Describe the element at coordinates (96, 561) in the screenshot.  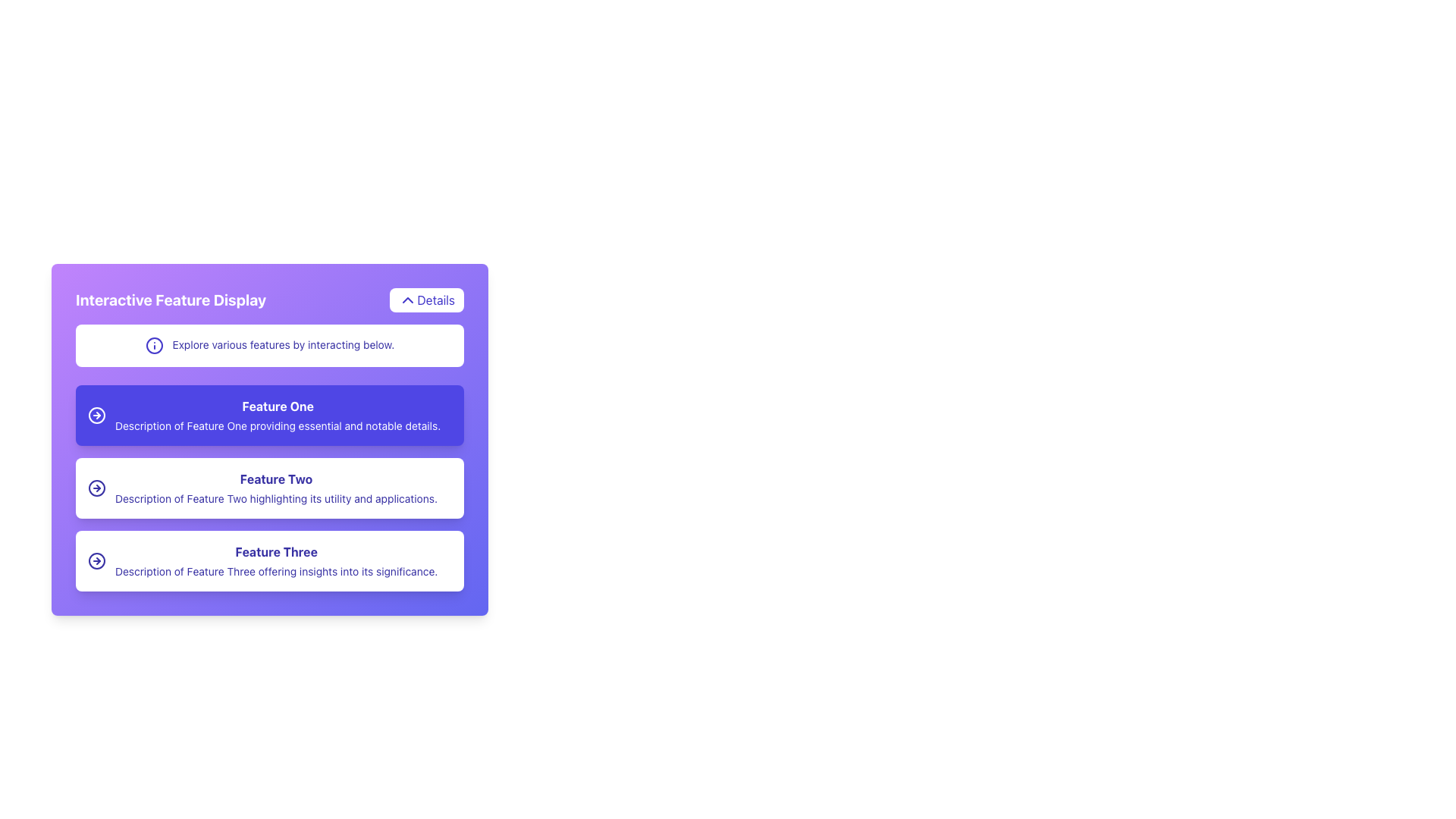
I see `the purple arrow icon button, which is an outline style and located to the left of the 'Feature Three' description` at that location.